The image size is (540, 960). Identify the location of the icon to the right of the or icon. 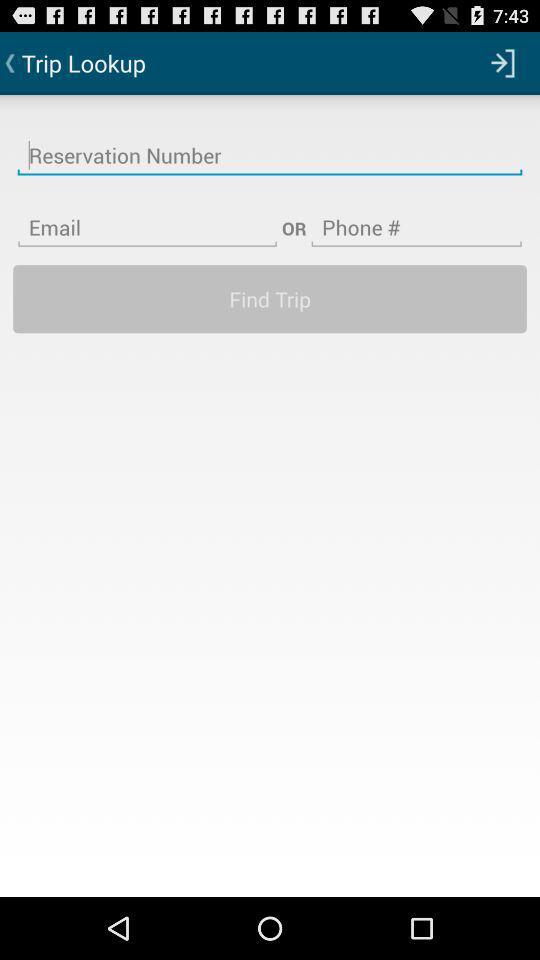
(415, 215).